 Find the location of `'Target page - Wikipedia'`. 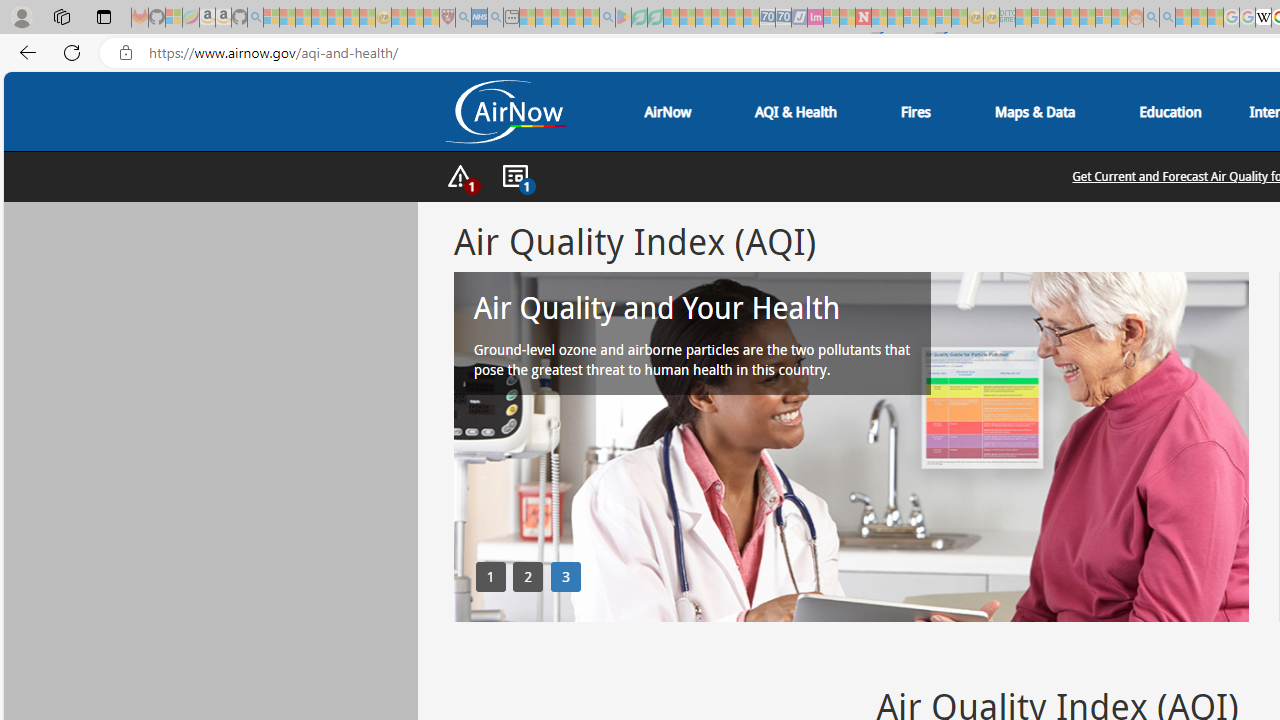

'Target page - Wikipedia' is located at coordinates (1262, 17).